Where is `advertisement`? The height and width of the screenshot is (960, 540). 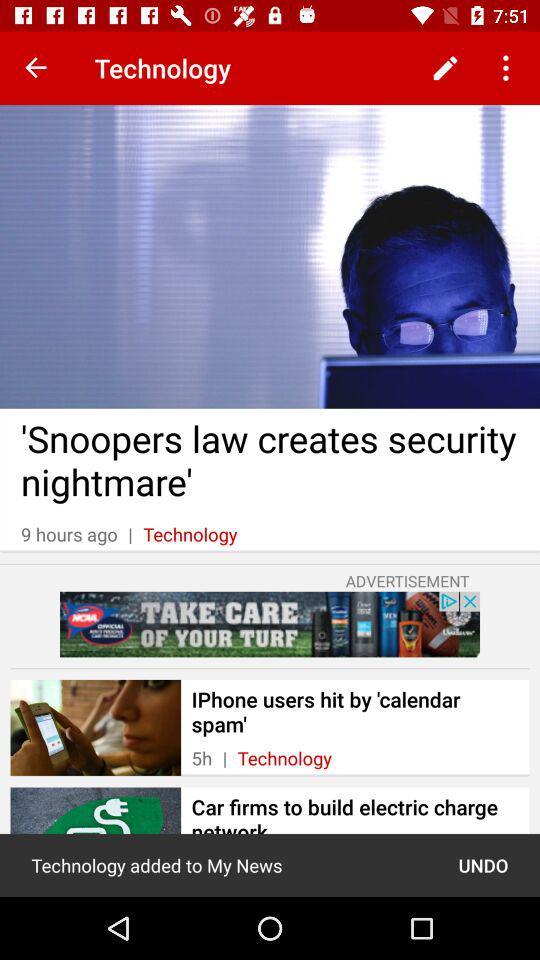
advertisement is located at coordinates (270, 623).